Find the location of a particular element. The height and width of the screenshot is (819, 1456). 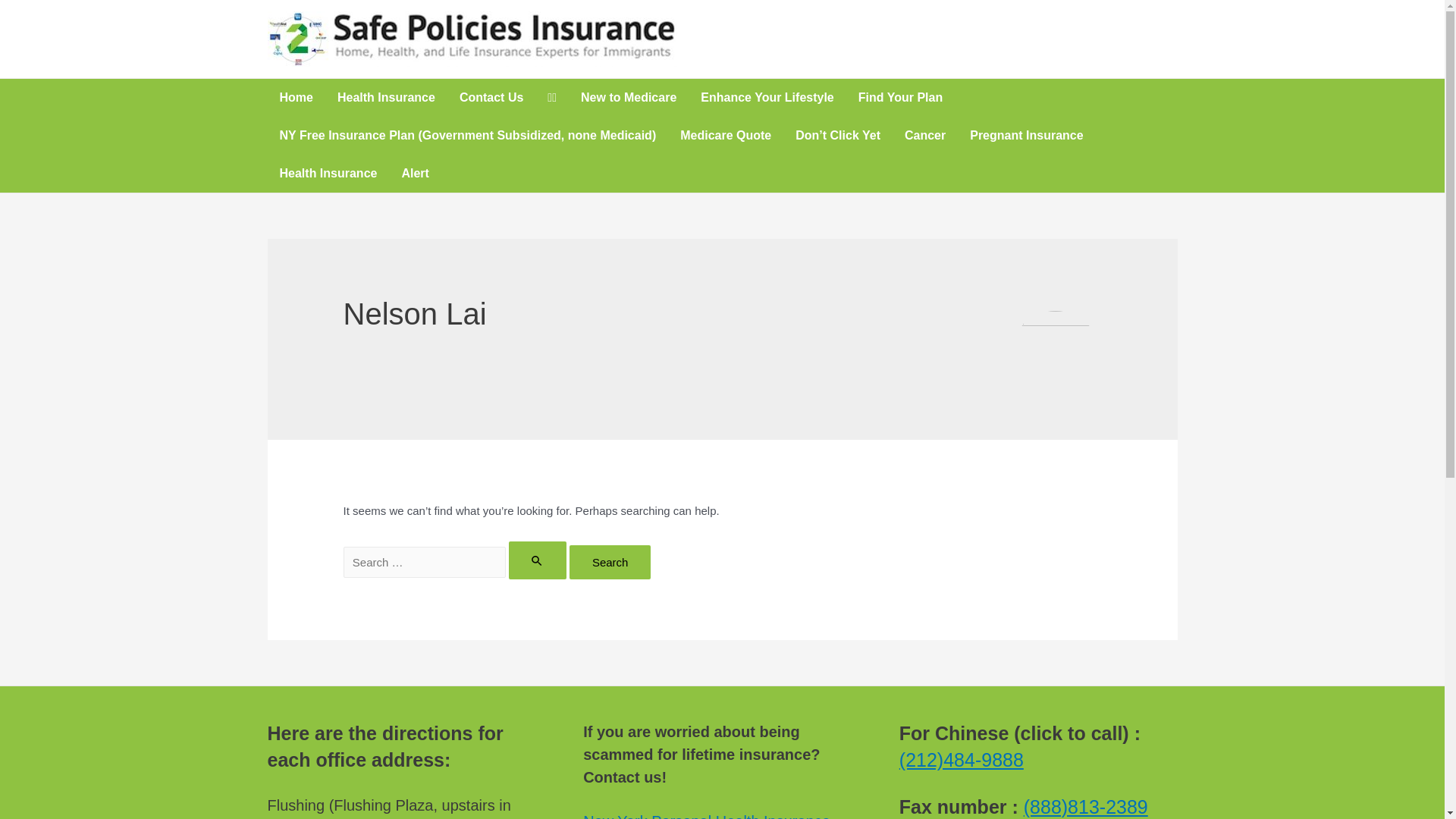

'Search' is located at coordinates (610, 562).